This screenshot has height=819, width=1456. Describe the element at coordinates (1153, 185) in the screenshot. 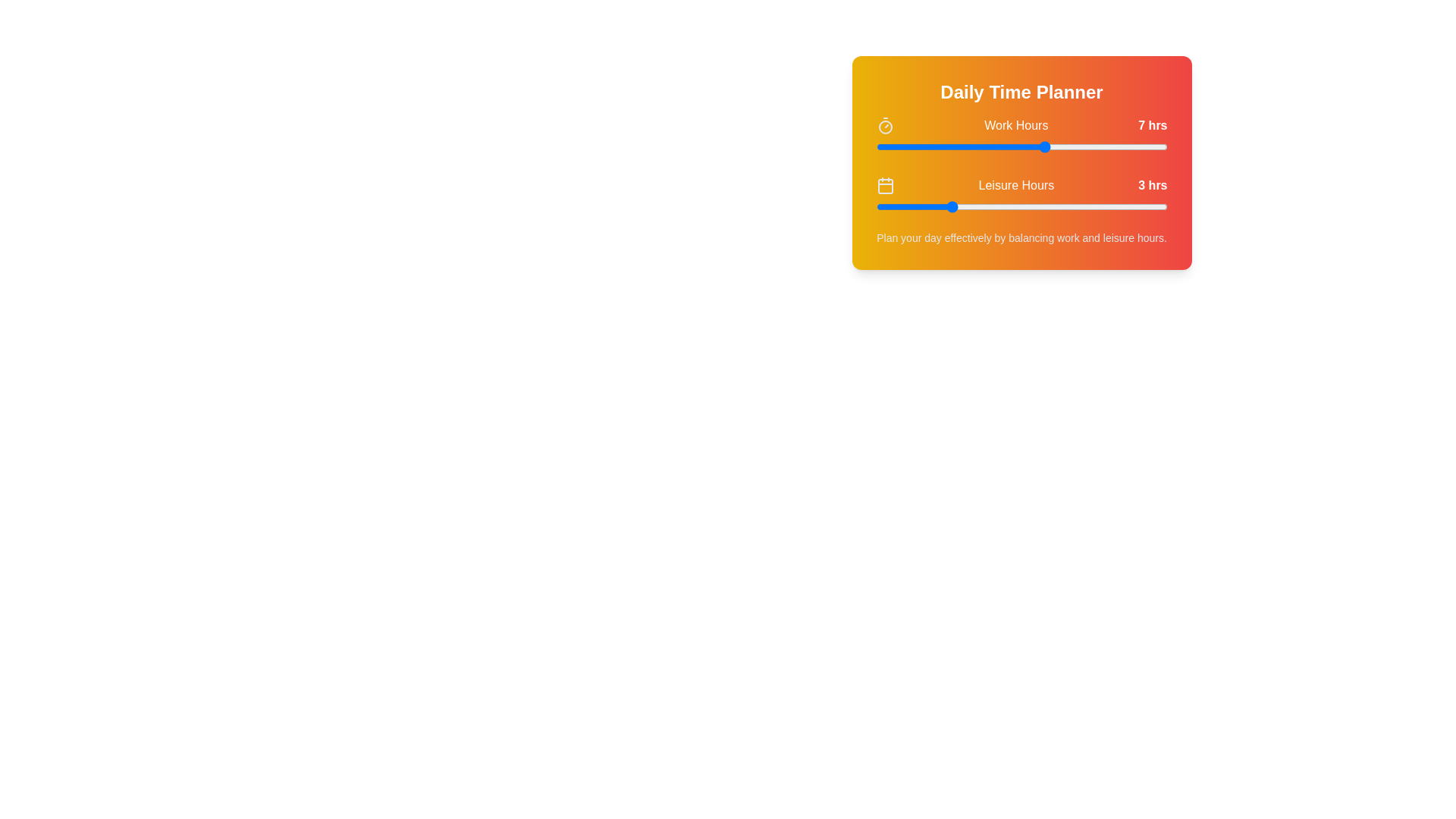

I see `the text label displaying leisure hours in the 'Daily Time Planner', which is aligned to the right of the 'Leisure Hours' text` at that location.